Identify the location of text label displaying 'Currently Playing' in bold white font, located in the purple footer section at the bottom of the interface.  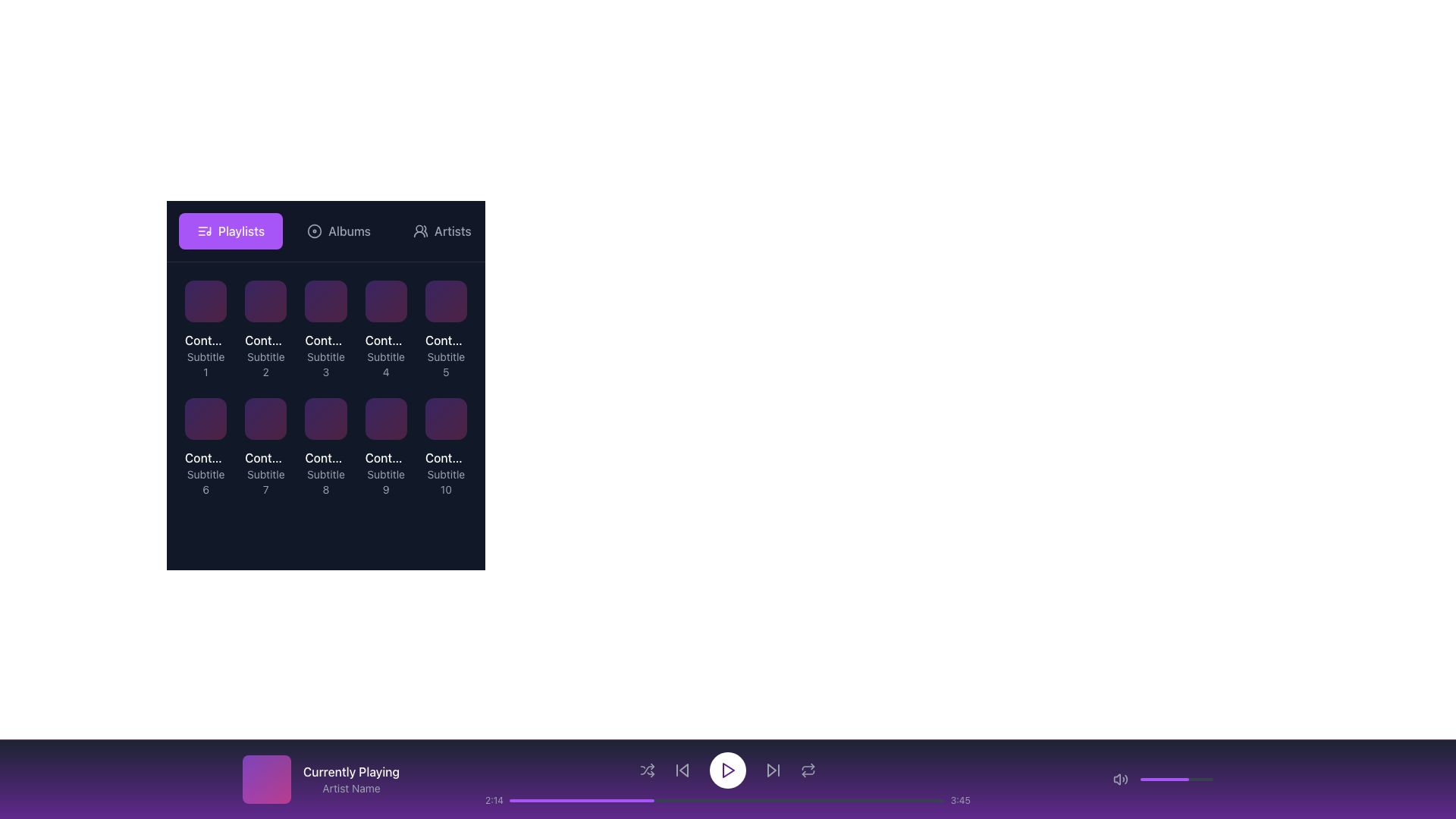
(350, 772).